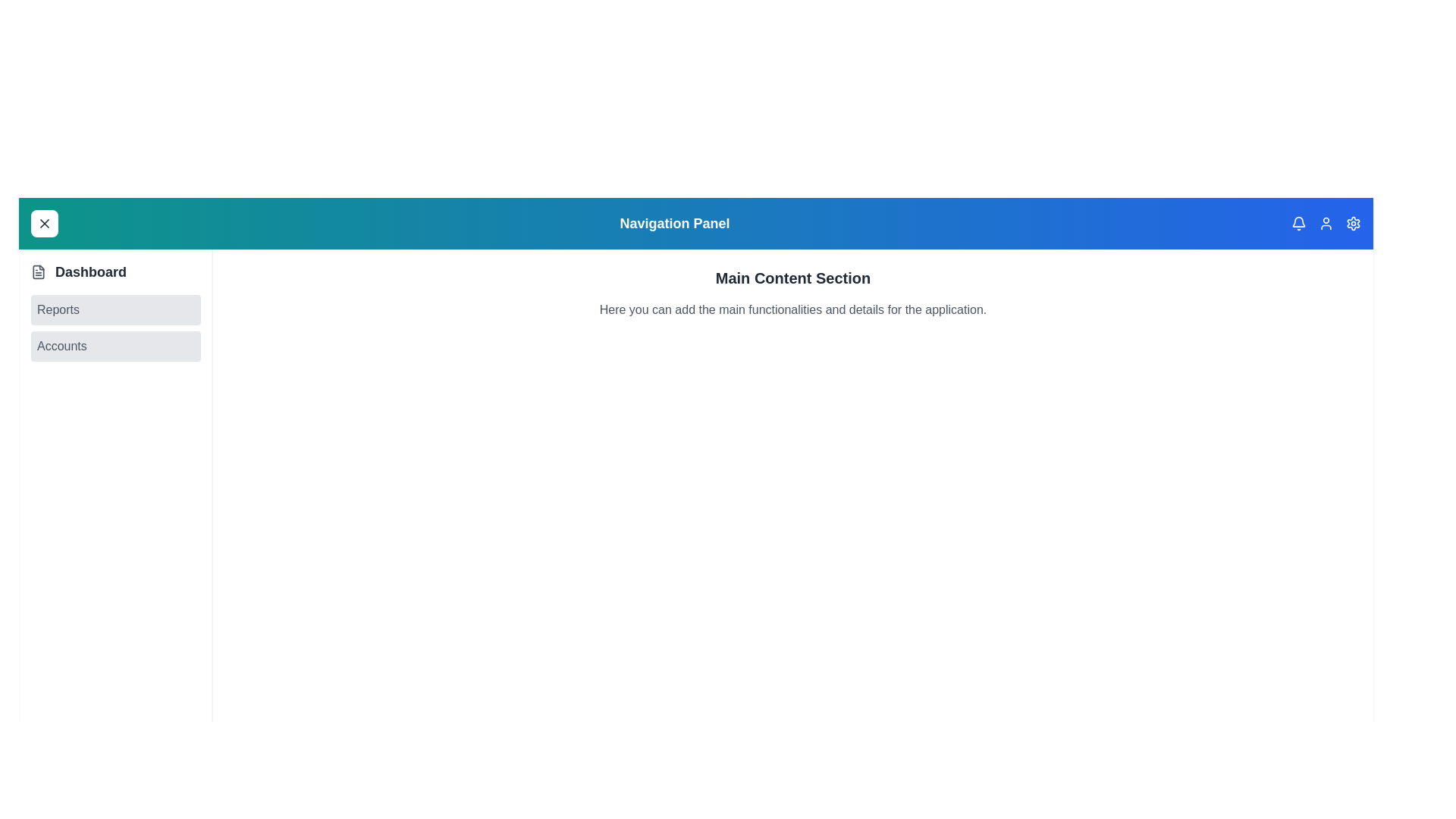  I want to click on the 'Accounts' menu item in the navigation sidebar, so click(61, 346).